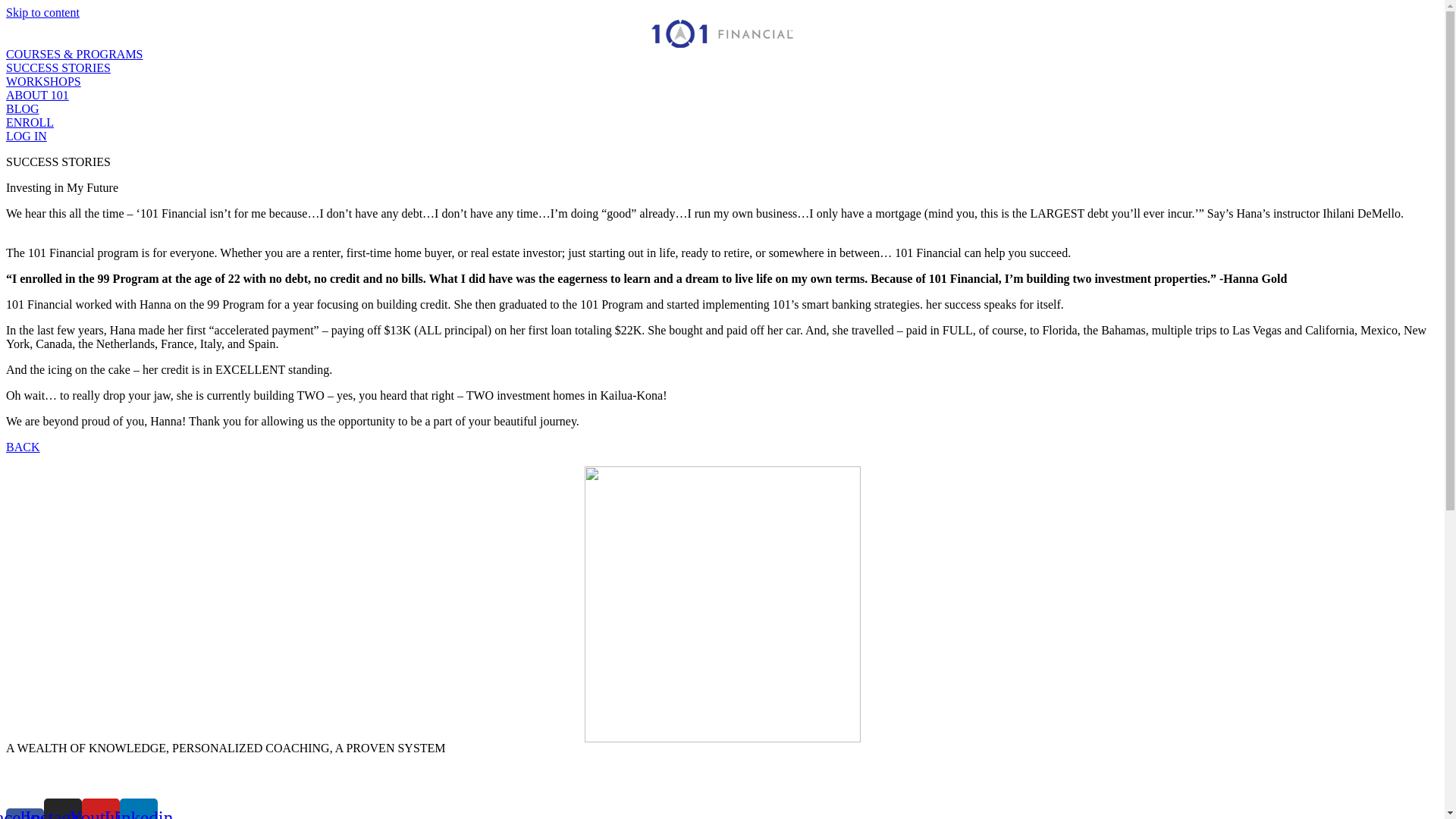  What do you see at coordinates (43, 81) in the screenshot?
I see `'WORKSHOPS'` at bounding box center [43, 81].